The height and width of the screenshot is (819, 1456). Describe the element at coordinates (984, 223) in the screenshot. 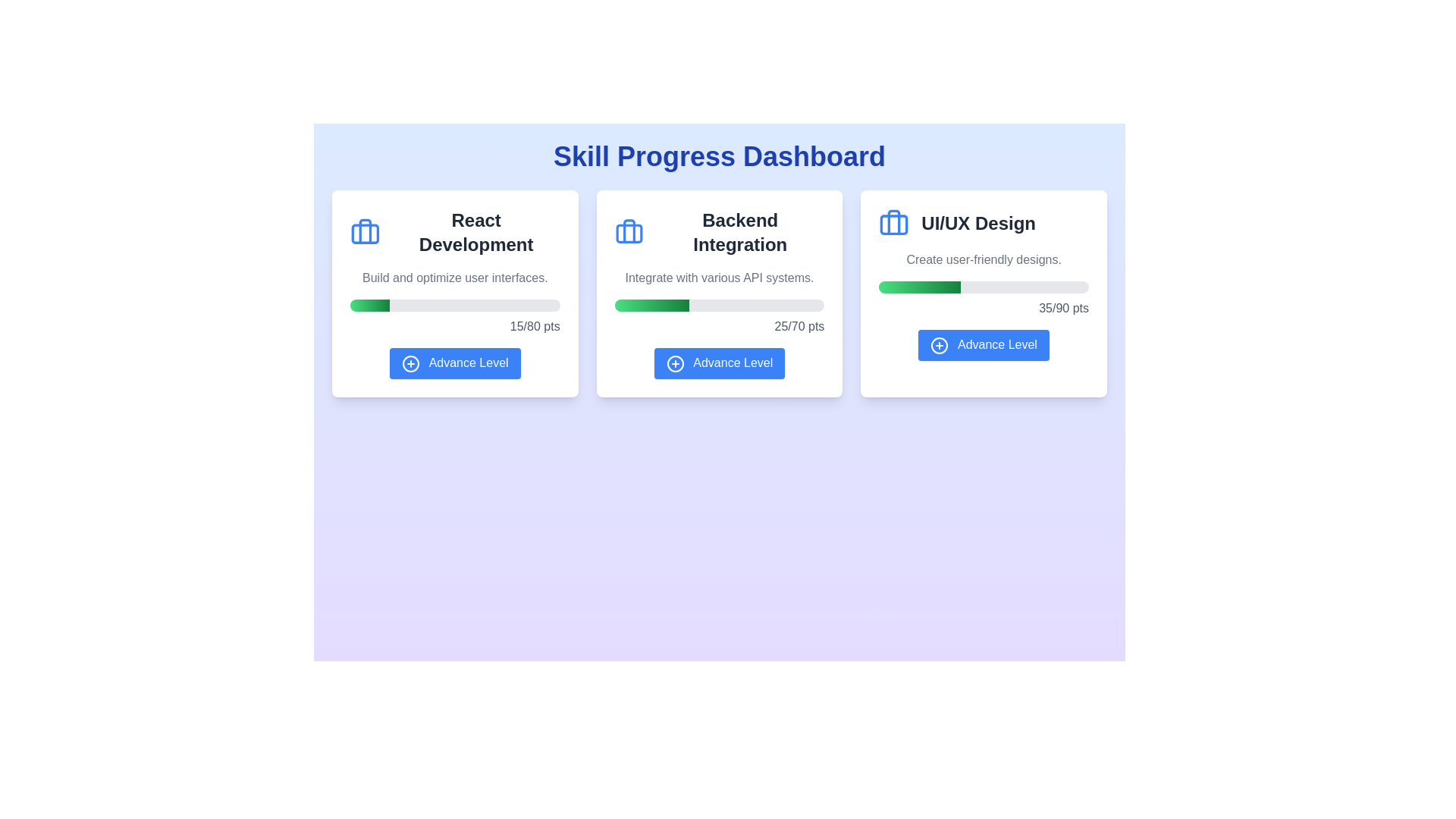

I see `text content of the title label located in the top-left corner of the rightmost card in a row of three cards on the dashboard, which describes UI/UX design` at that location.